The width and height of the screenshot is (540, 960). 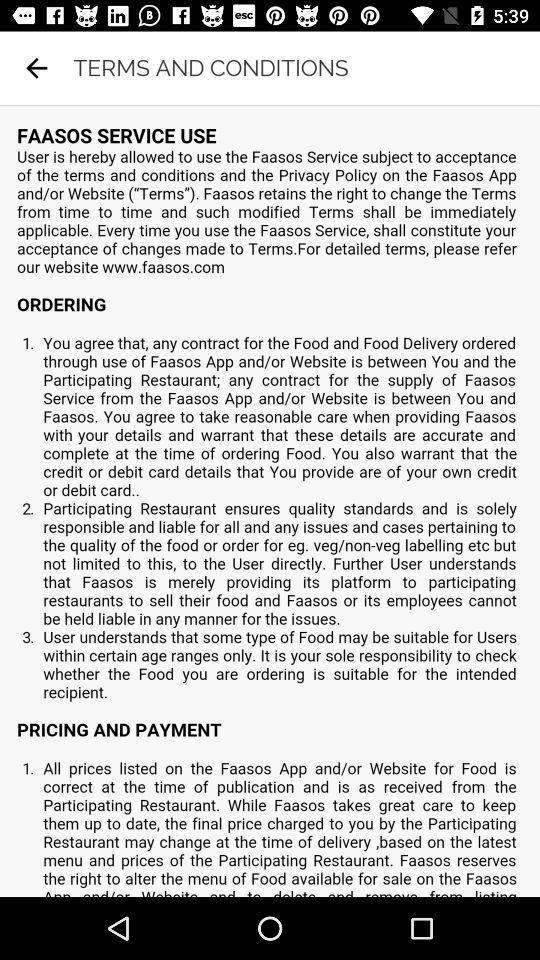 What do you see at coordinates (270, 500) in the screenshot?
I see `color print` at bounding box center [270, 500].